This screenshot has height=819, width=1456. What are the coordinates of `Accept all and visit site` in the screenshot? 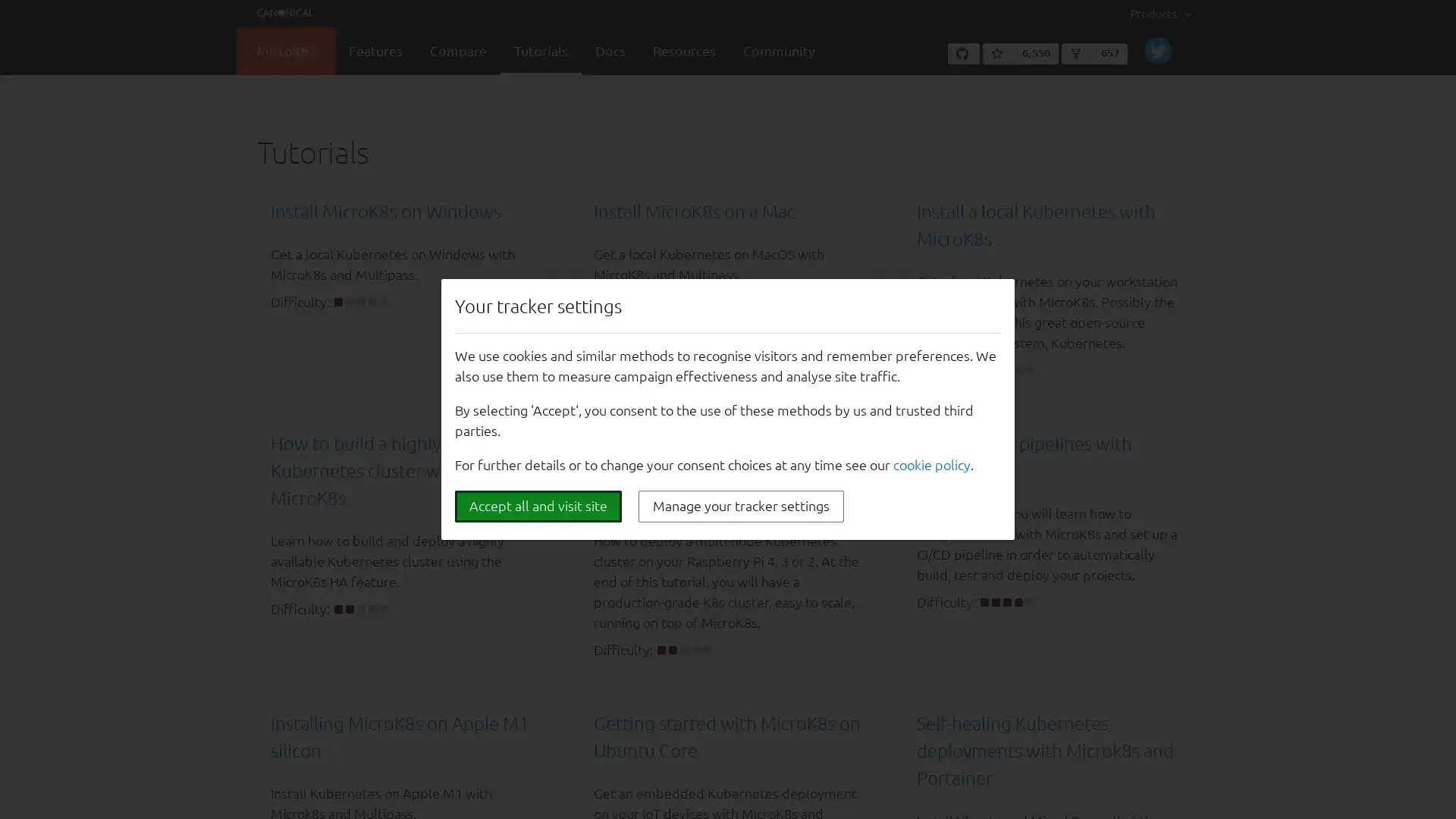 It's located at (538, 506).